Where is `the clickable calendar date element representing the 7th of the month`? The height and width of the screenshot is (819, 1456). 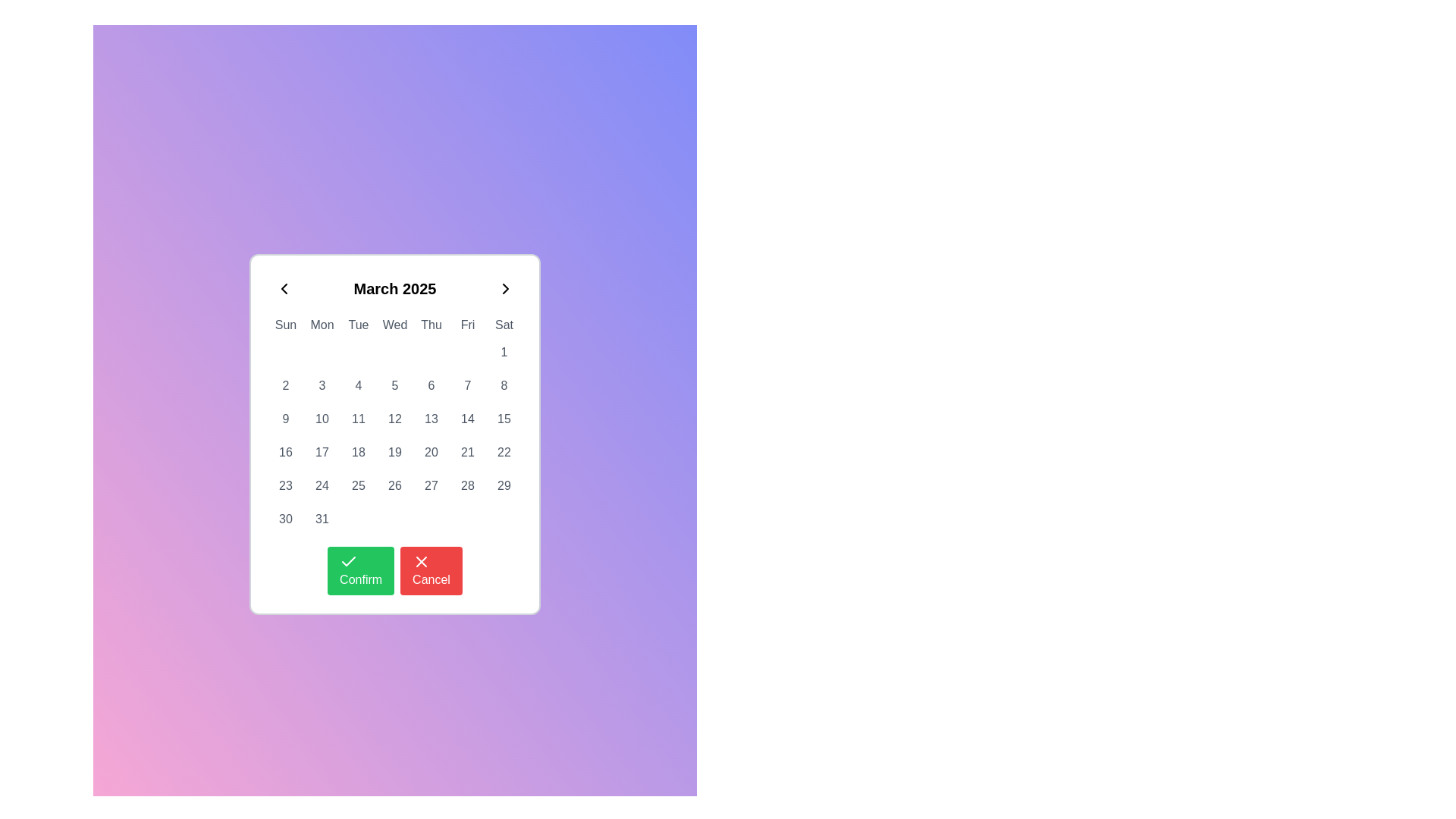
the clickable calendar date element representing the 7th of the month is located at coordinates (467, 385).